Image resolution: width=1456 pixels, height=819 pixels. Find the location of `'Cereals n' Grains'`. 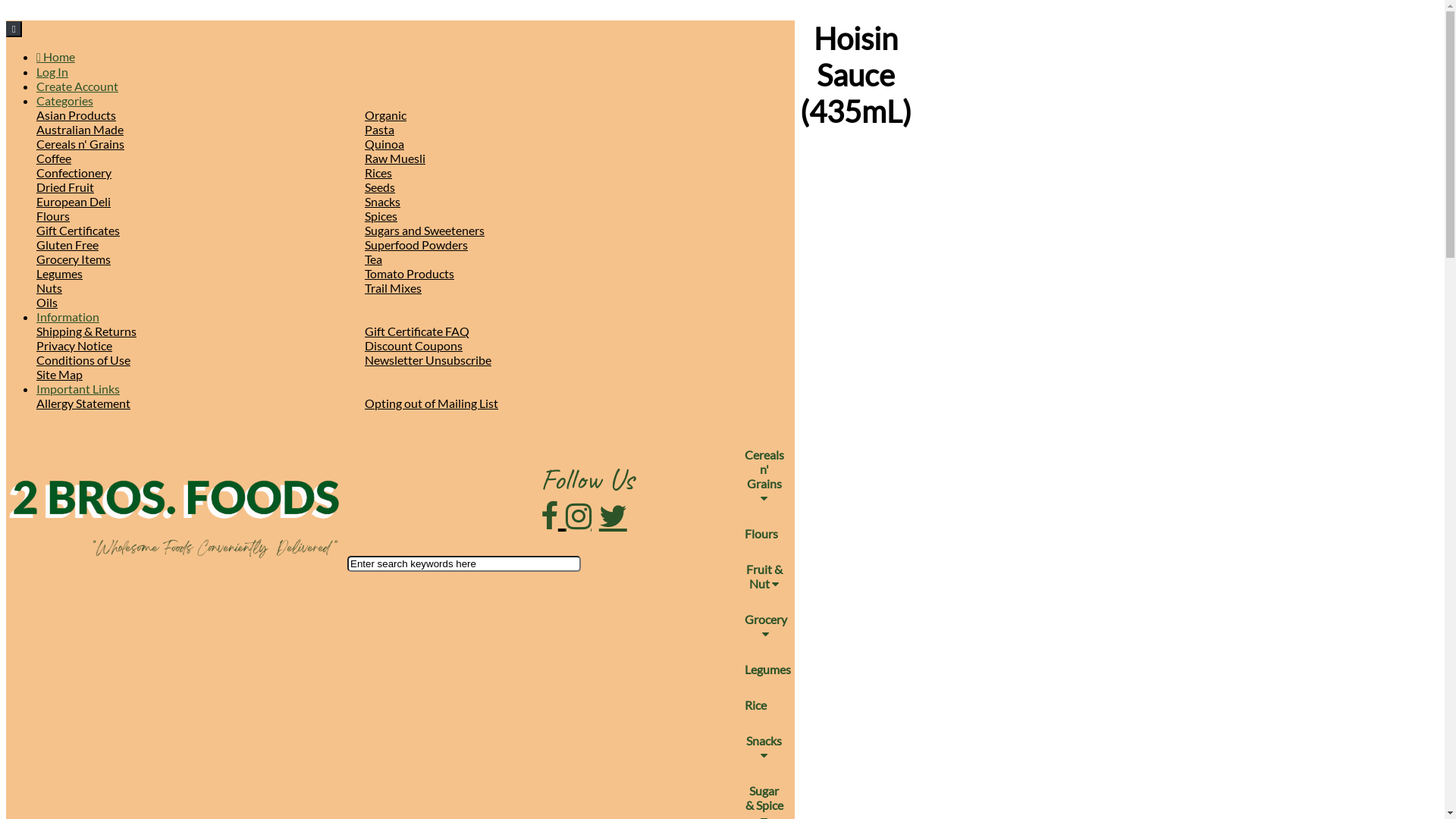

'Cereals n' Grains' is located at coordinates (764, 475).